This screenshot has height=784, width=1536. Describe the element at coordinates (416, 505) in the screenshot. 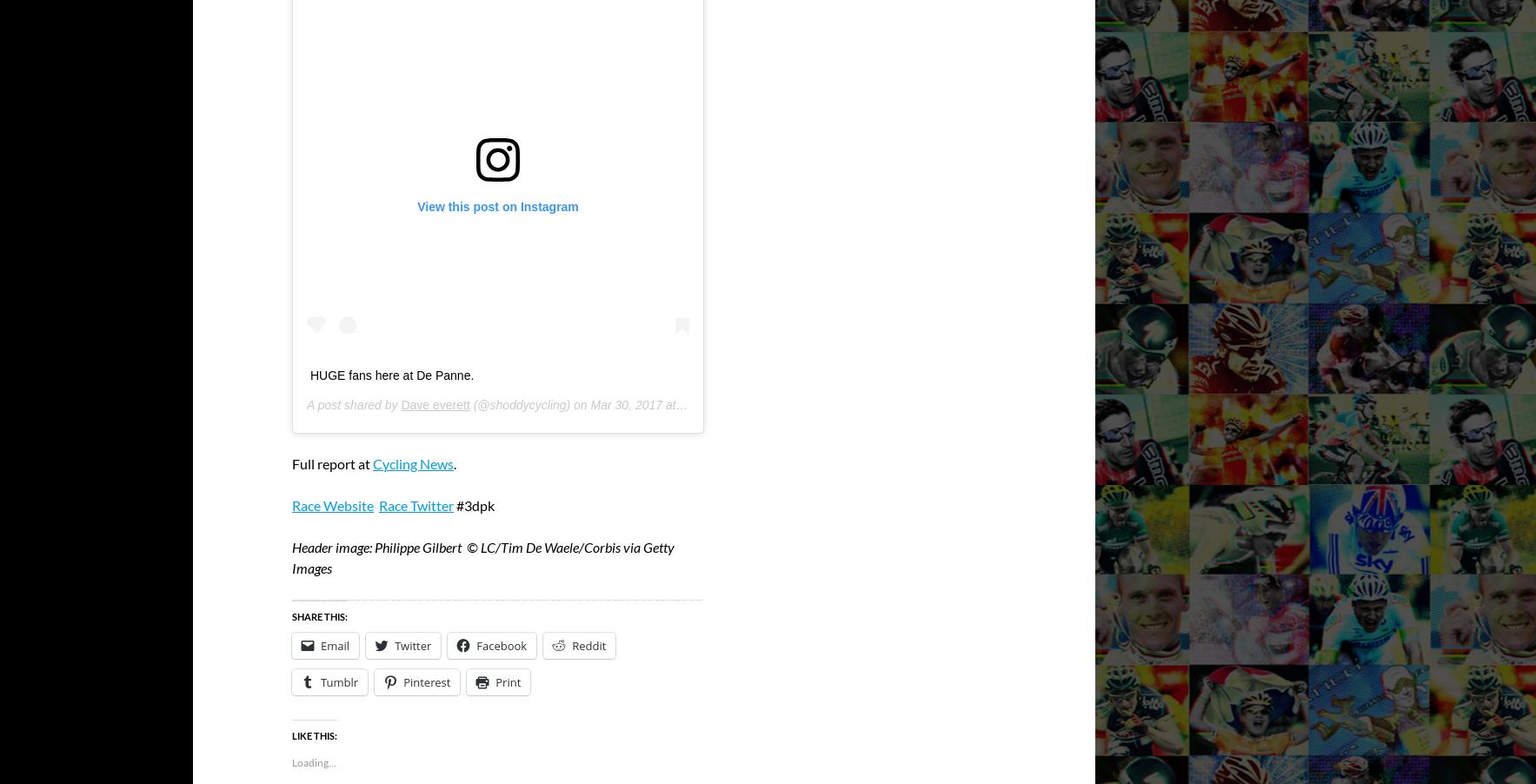

I see `'Race Twitter'` at that location.